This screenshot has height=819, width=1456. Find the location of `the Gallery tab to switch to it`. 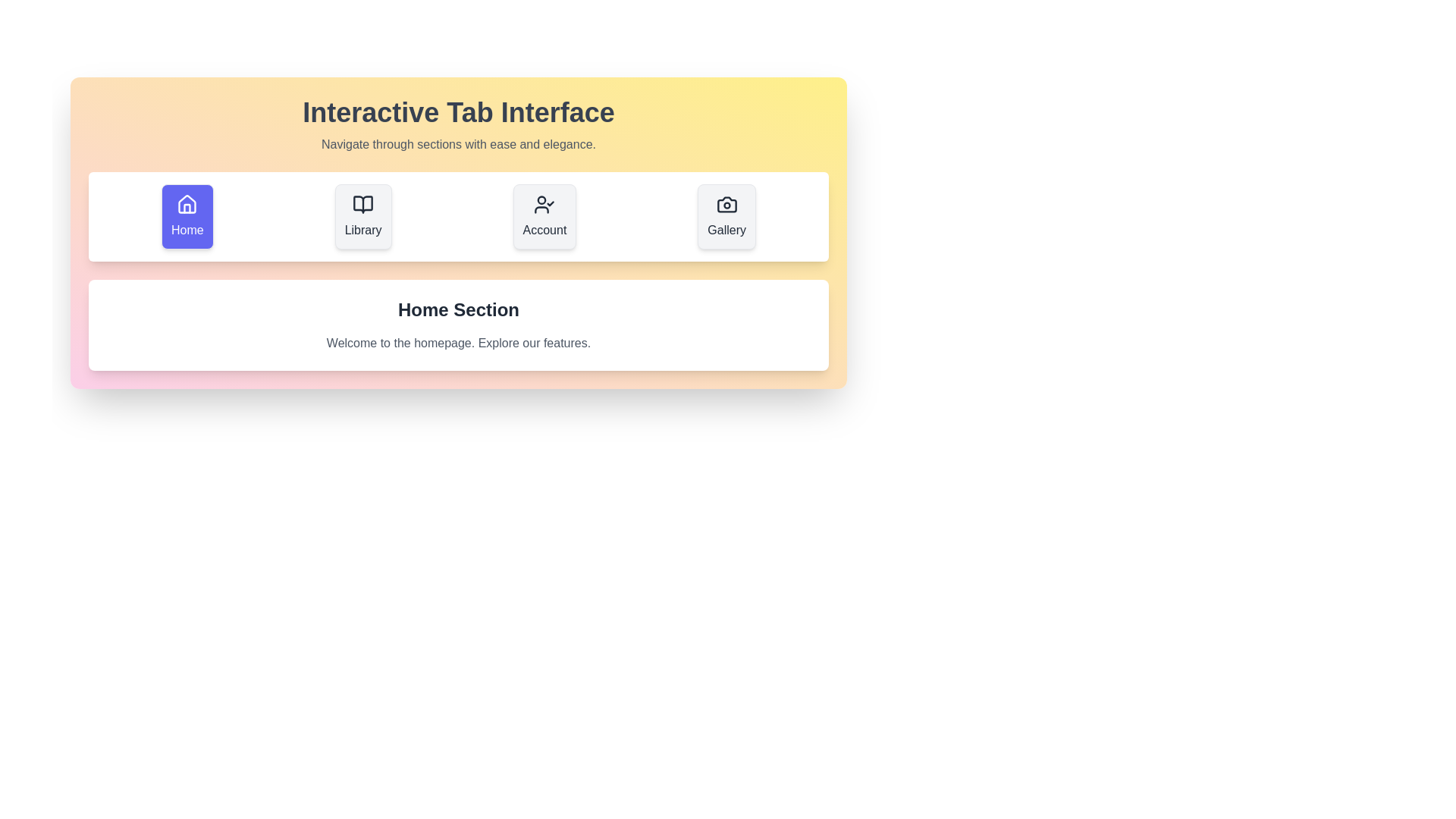

the Gallery tab to switch to it is located at coordinates (726, 216).